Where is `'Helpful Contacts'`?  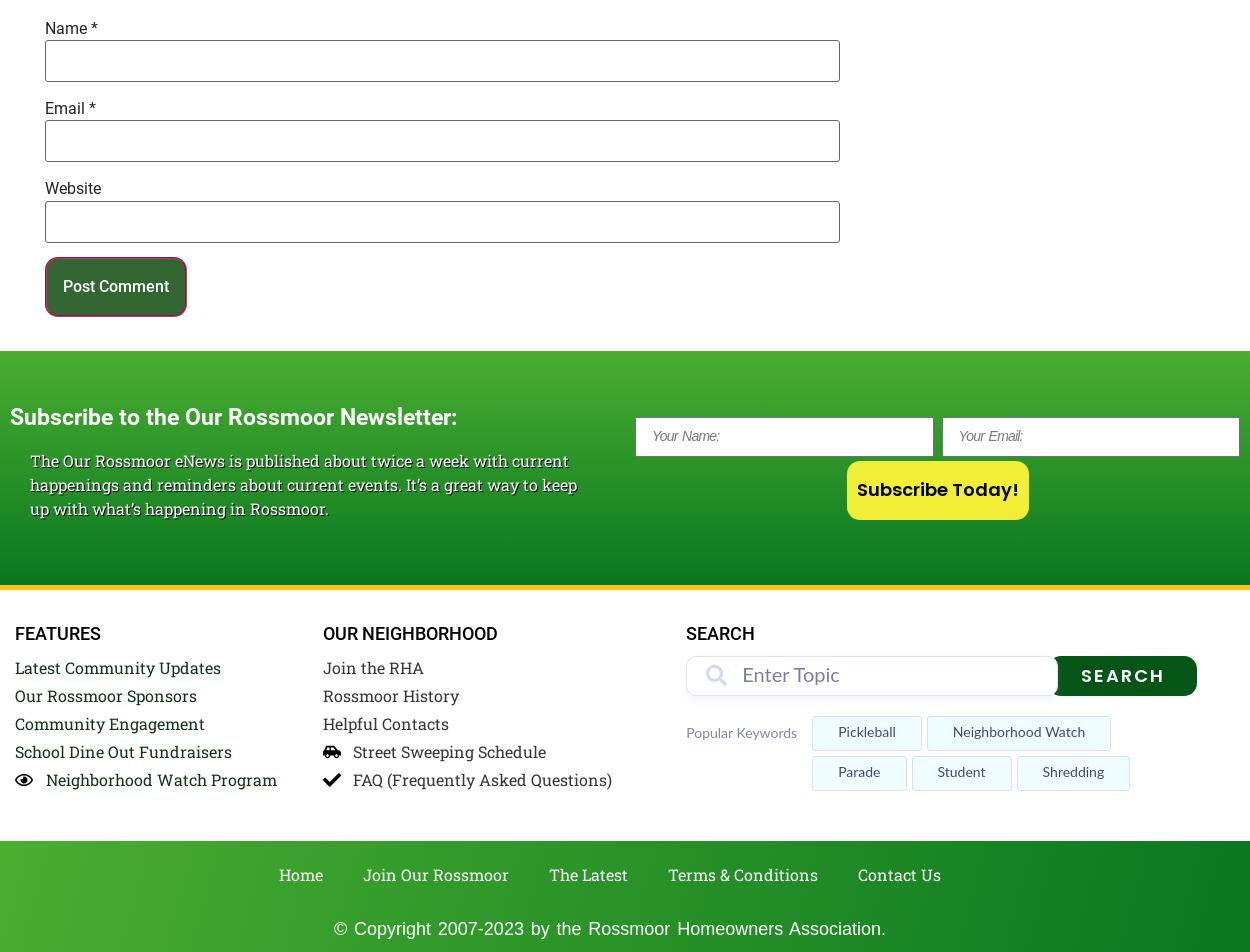
'Helpful Contacts' is located at coordinates (385, 723).